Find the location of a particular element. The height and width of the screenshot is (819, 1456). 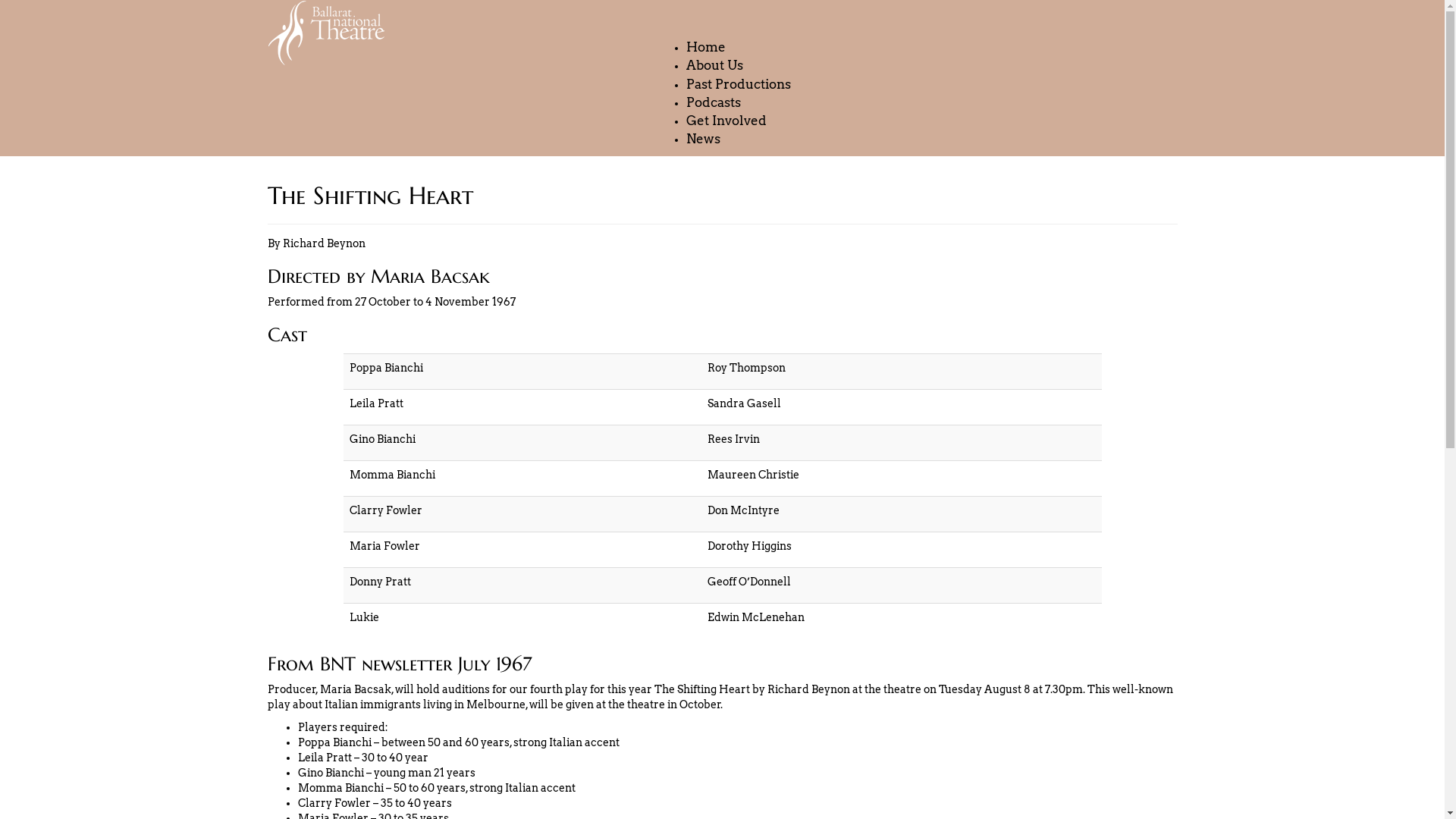

'Past Productions' is located at coordinates (739, 84).